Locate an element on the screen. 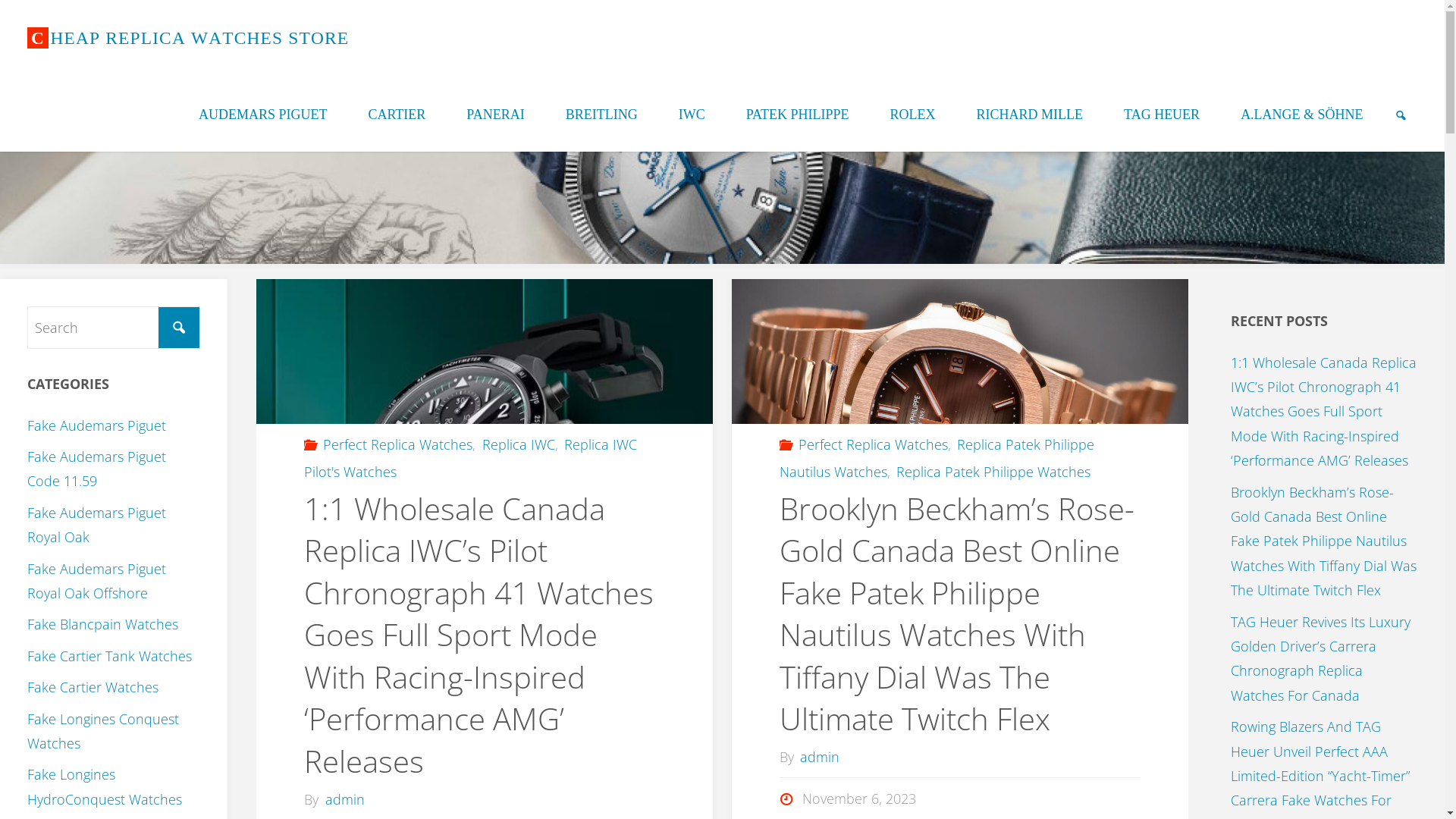 This screenshot has width=1456, height=819. 'AUDEMARS PIGUET' is located at coordinates (262, 113).